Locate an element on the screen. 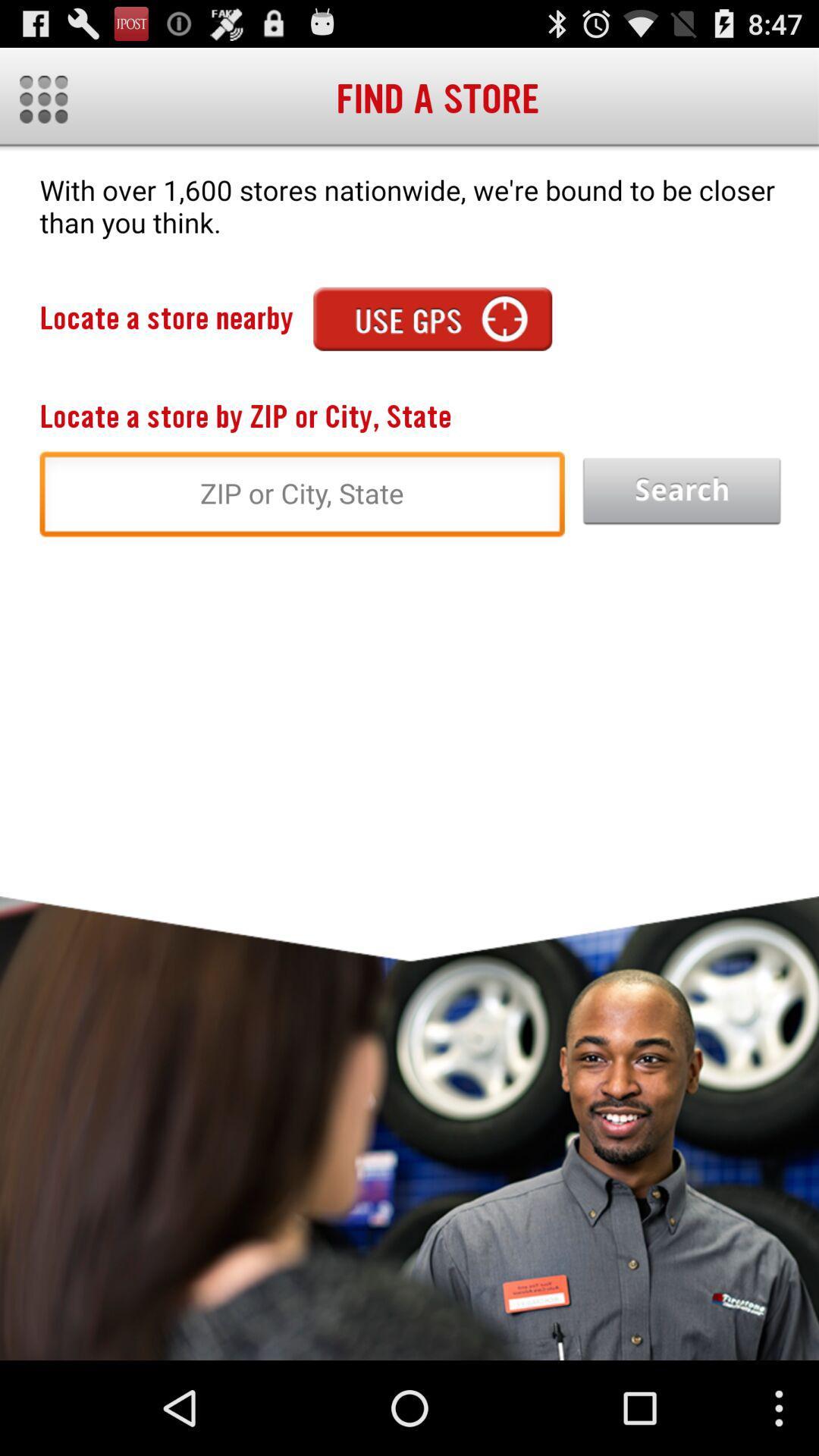 Image resolution: width=819 pixels, height=1456 pixels. menu is located at coordinates (42, 99).